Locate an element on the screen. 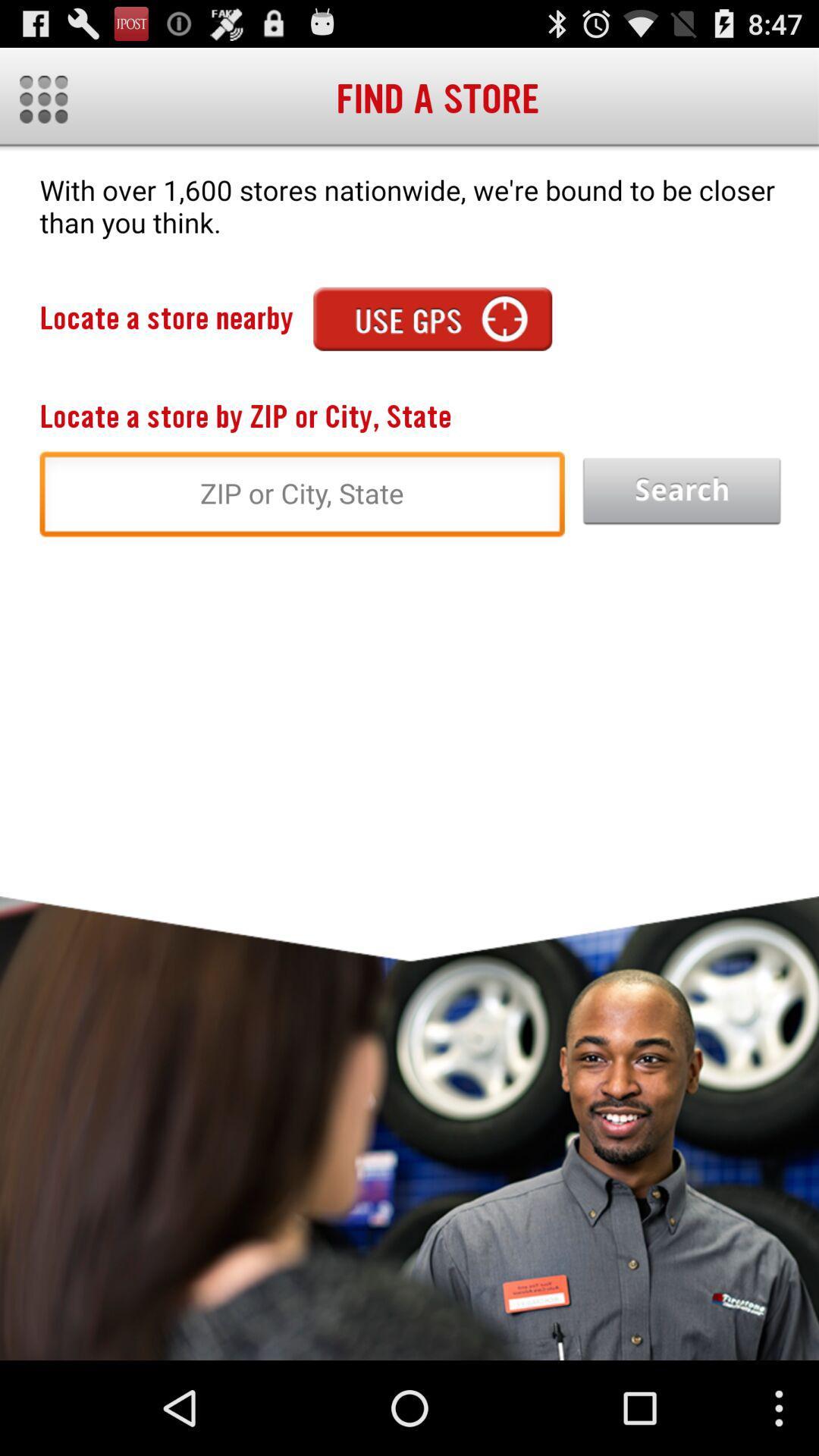 Image resolution: width=819 pixels, height=1456 pixels. menu is located at coordinates (42, 99).